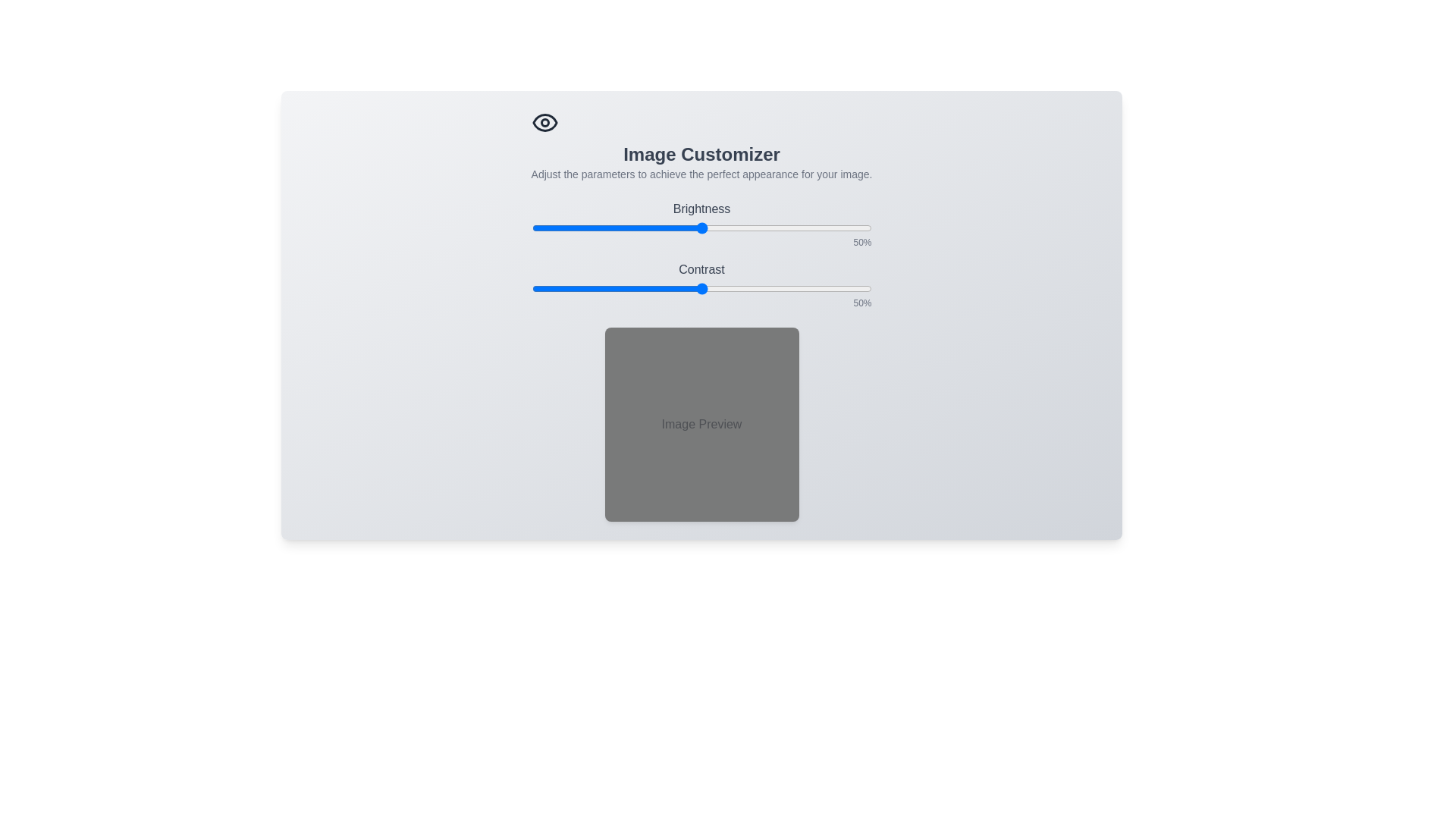 The width and height of the screenshot is (1456, 819). What do you see at coordinates (551, 227) in the screenshot?
I see `the brightness slider to set brightness to 6%` at bounding box center [551, 227].